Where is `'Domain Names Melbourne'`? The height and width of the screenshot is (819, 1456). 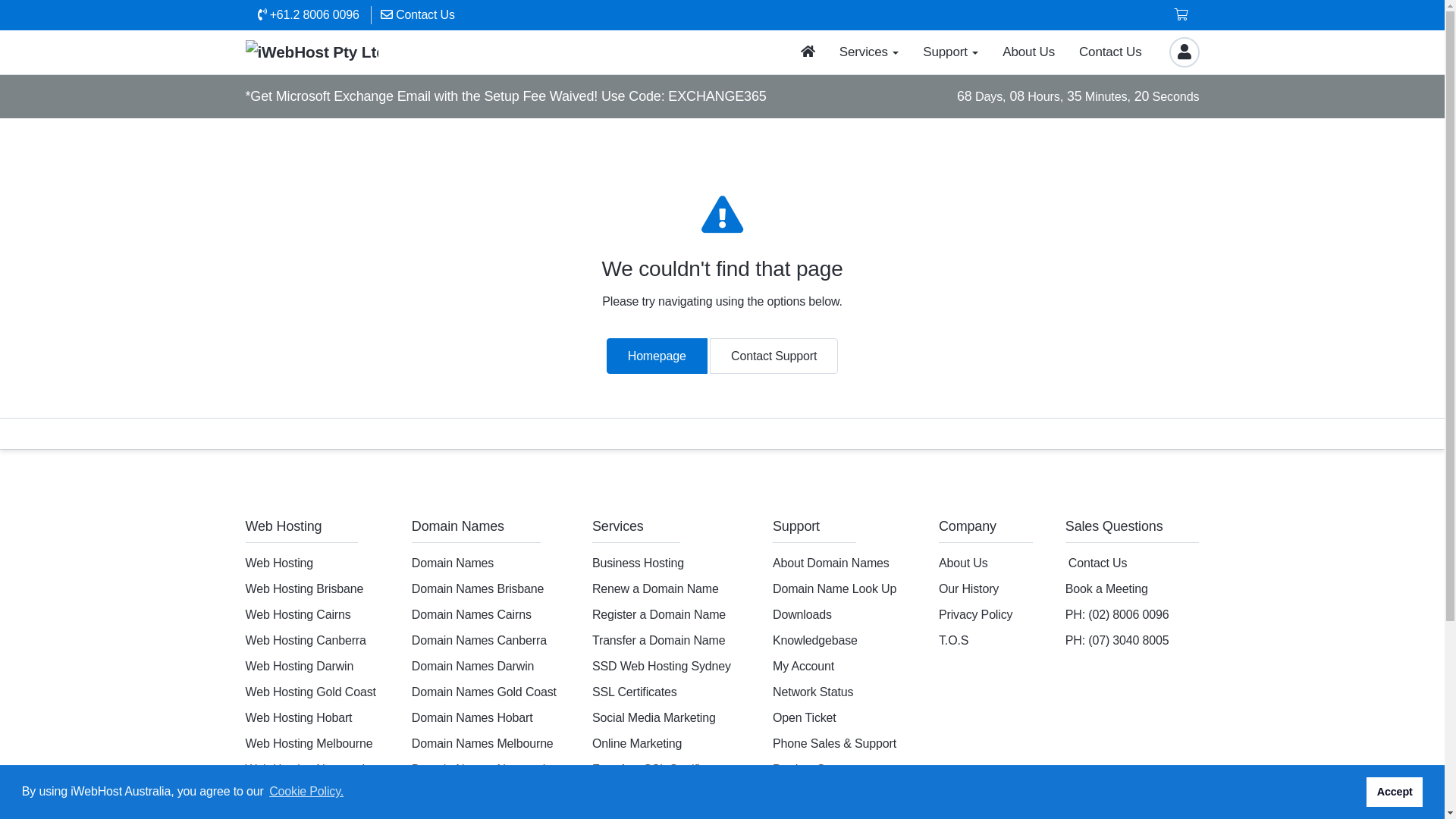
'Domain Names Melbourne' is located at coordinates (482, 742).